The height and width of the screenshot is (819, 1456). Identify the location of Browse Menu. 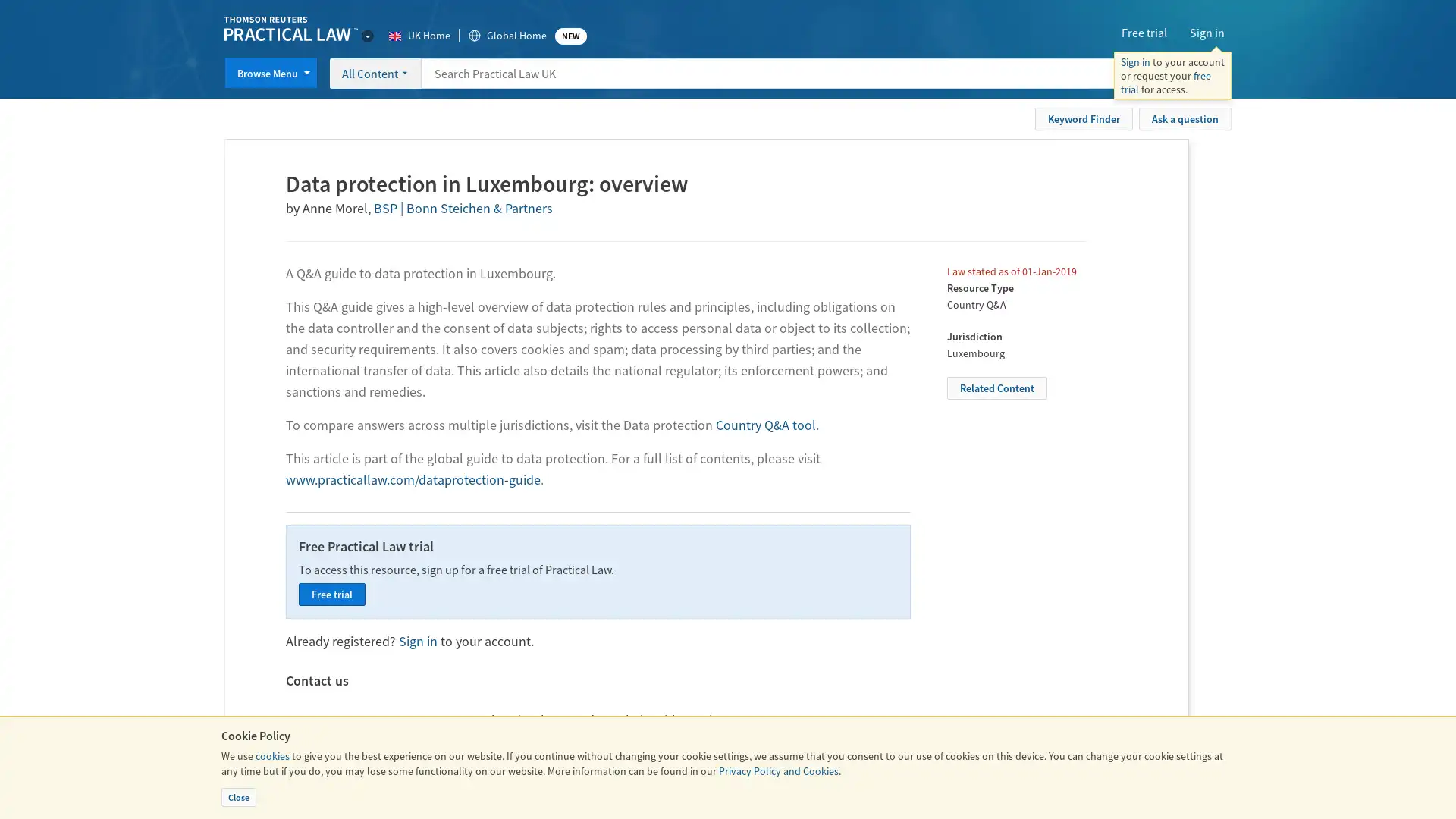
(271, 73).